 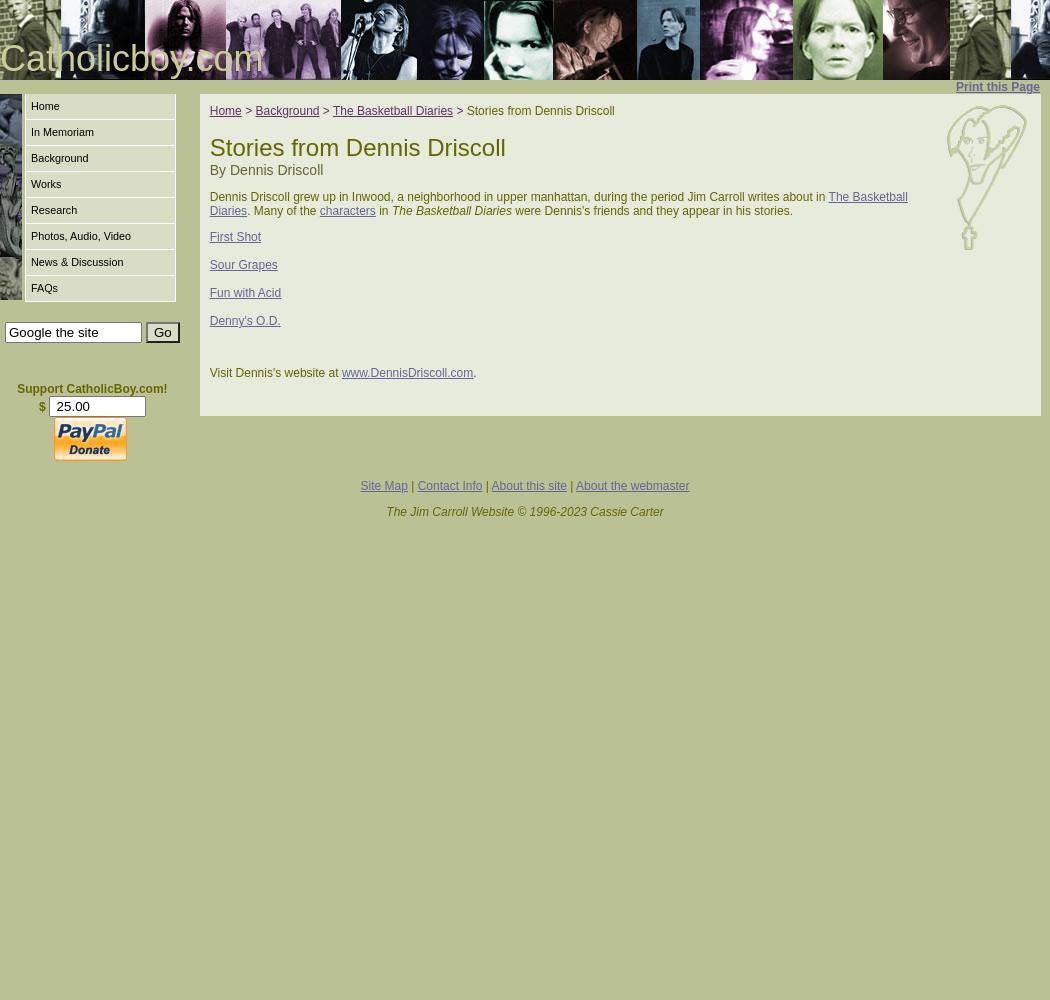 What do you see at coordinates (285, 110) in the screenshot?
I see `'Background'` at bounding box center [285, 110].